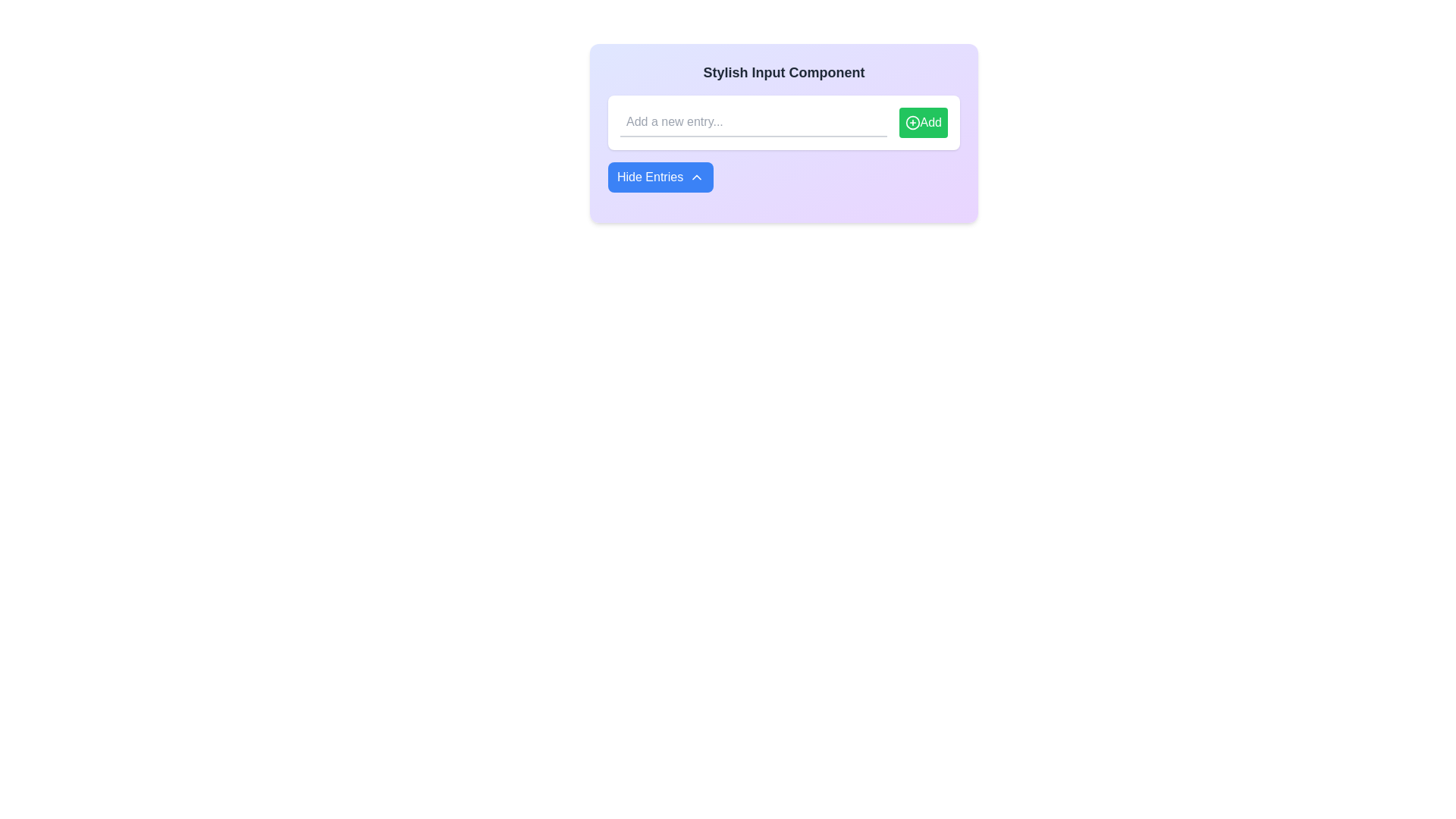 The width and height of the screenshot is (1456, 819). Describe the element at coordinates (912, 122) in the screenshot. I see `the 'Add' icon located within the green 'Add' button to the right of the input field labeled 'Add a new entry...'` at that location.